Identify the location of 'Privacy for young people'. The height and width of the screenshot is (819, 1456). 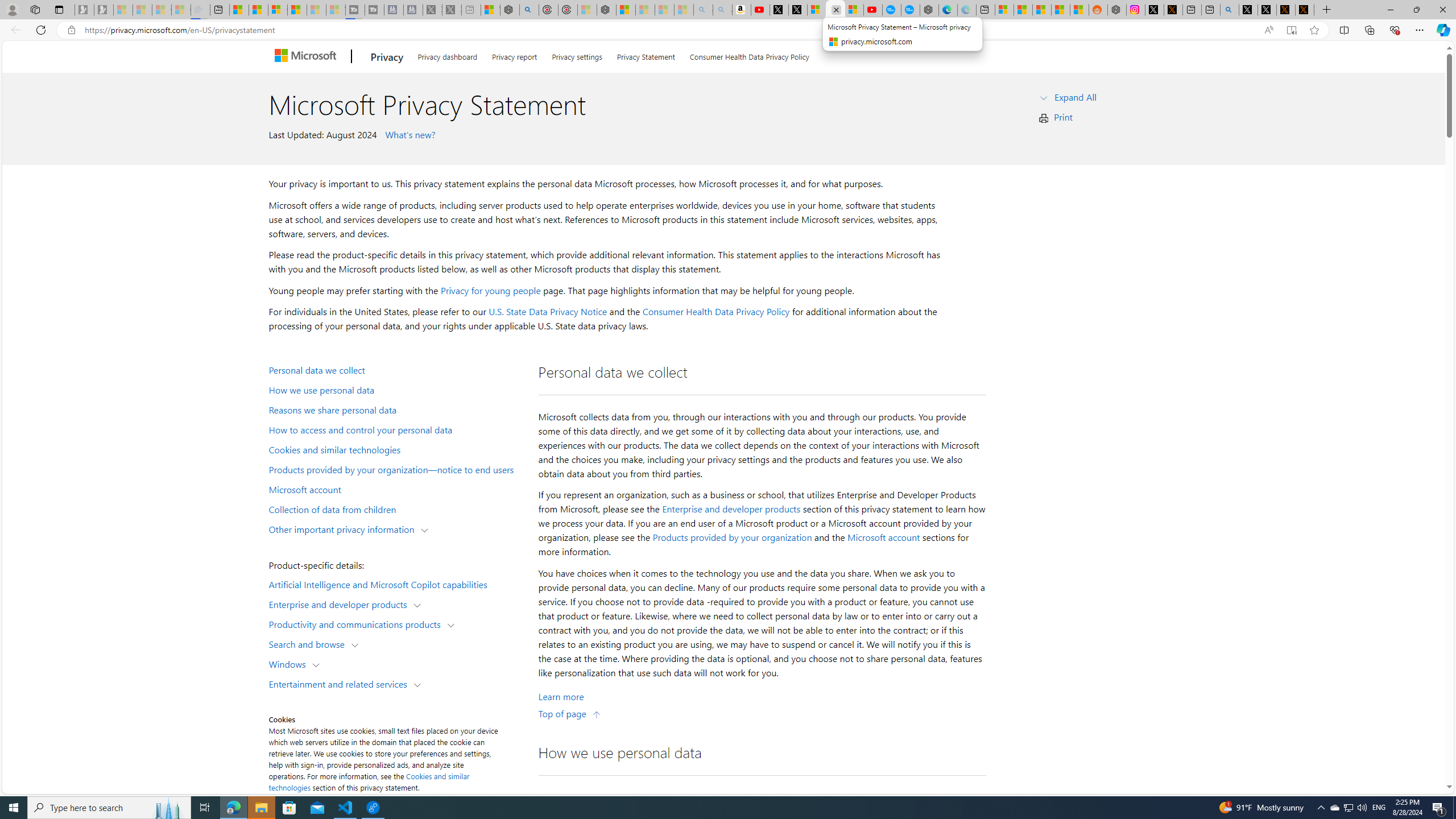
(489, 289).